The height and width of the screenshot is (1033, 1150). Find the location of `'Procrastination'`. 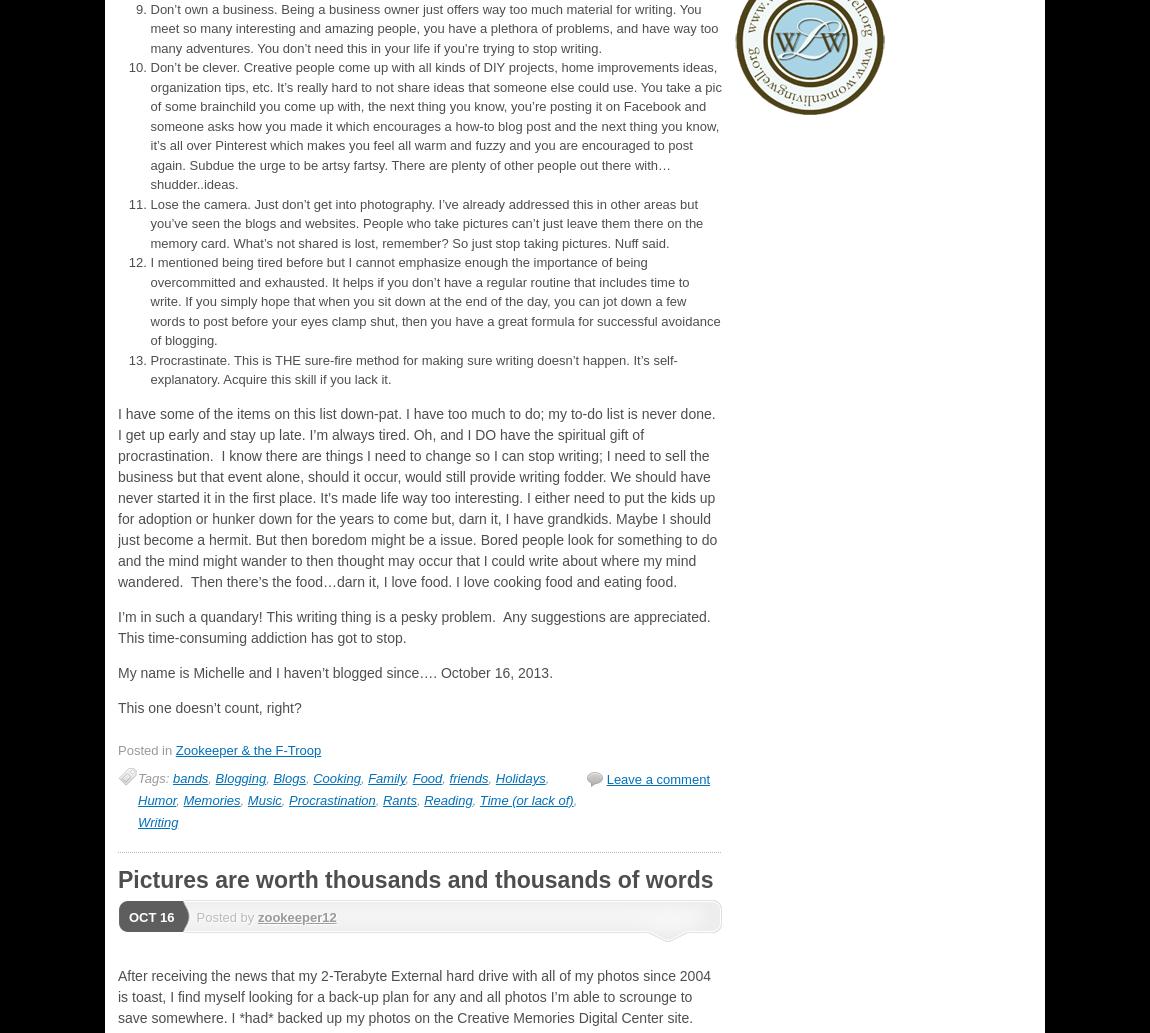

'Procrastination' is located at coordinates (288, 800).